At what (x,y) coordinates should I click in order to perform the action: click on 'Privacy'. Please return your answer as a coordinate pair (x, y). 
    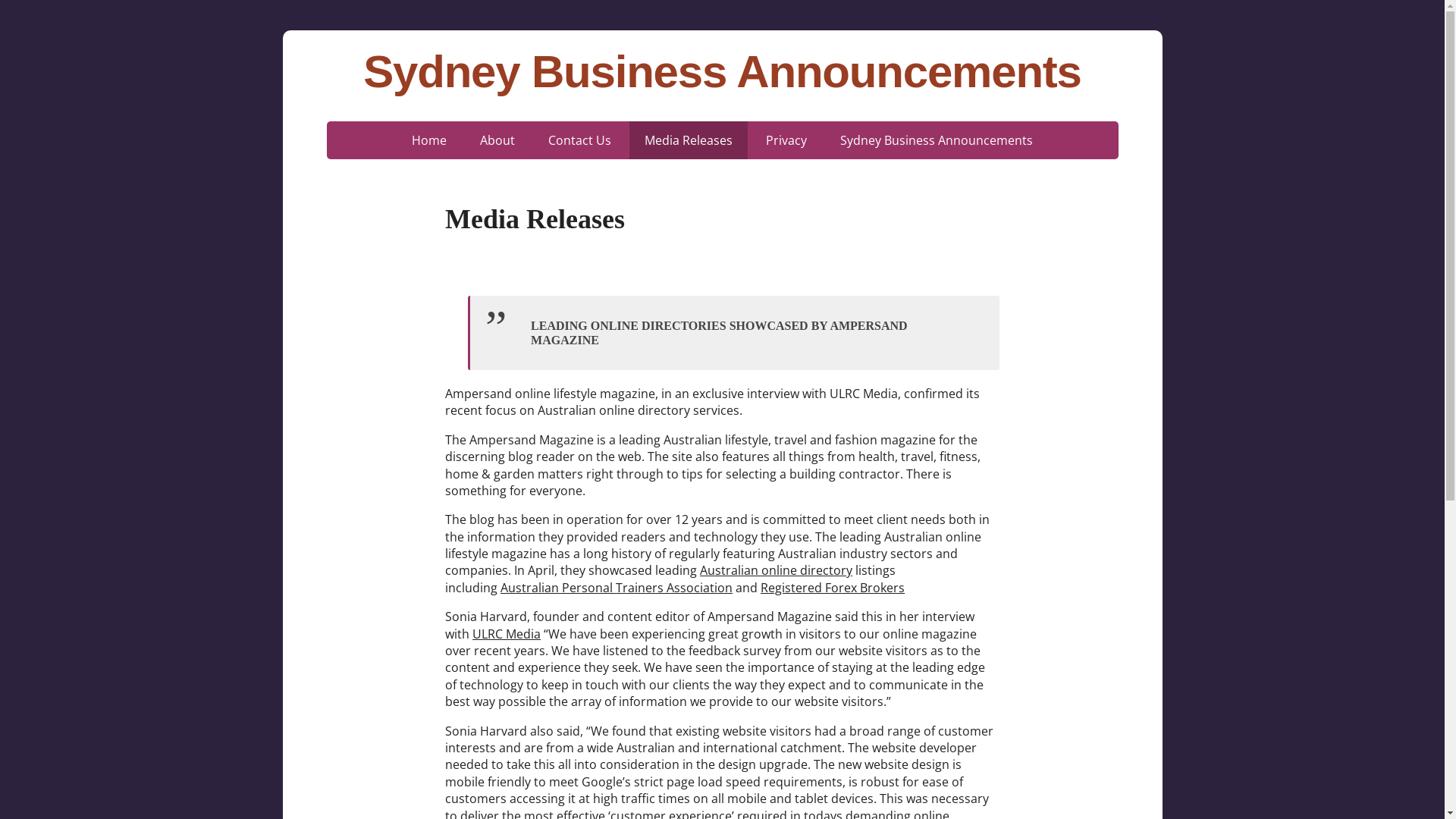
    Looking at the image, I should click on (786, 140).